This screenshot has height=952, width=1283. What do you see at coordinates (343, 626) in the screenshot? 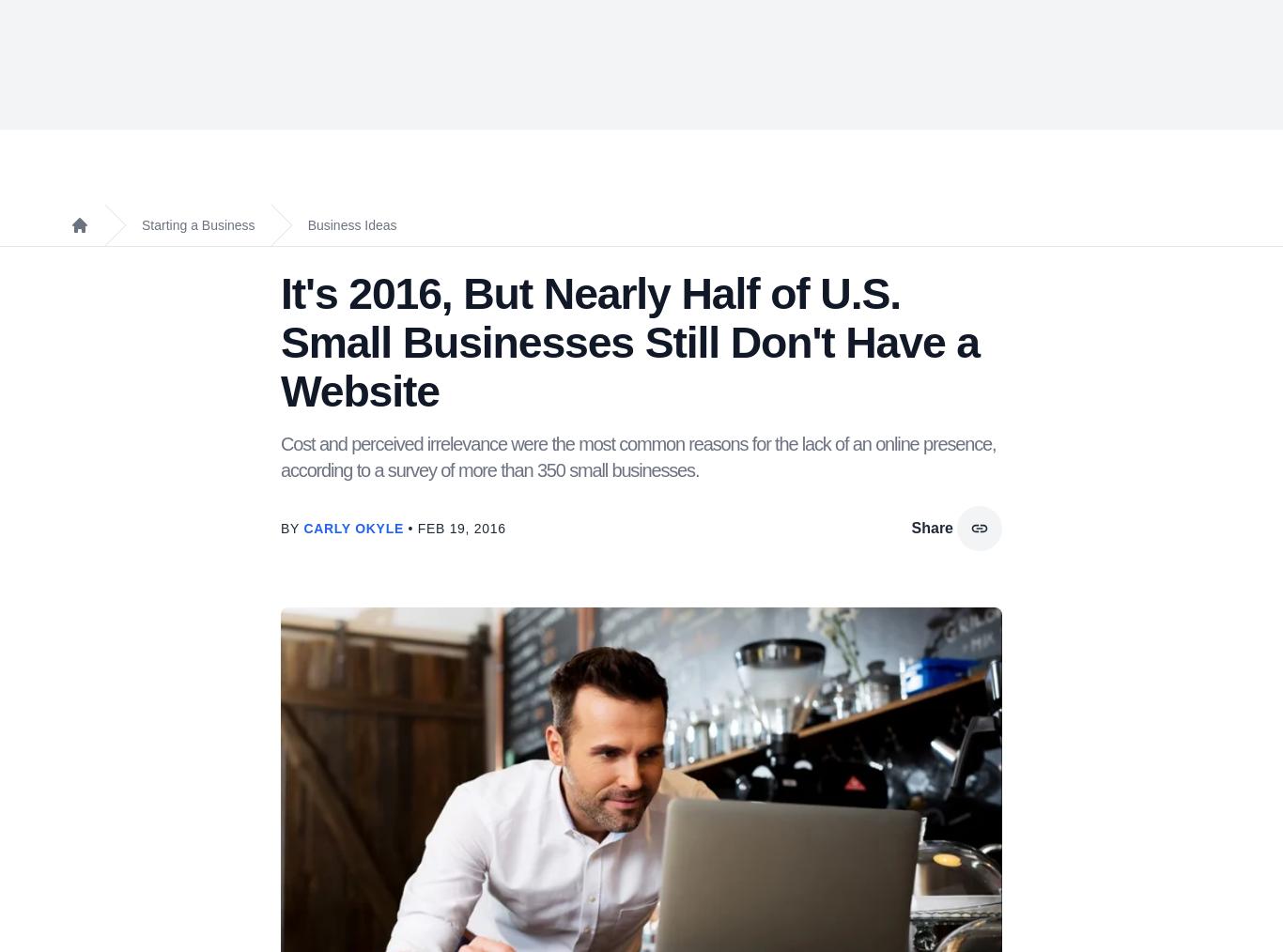
I see `'Business News'` at bounding box center [343, 626].